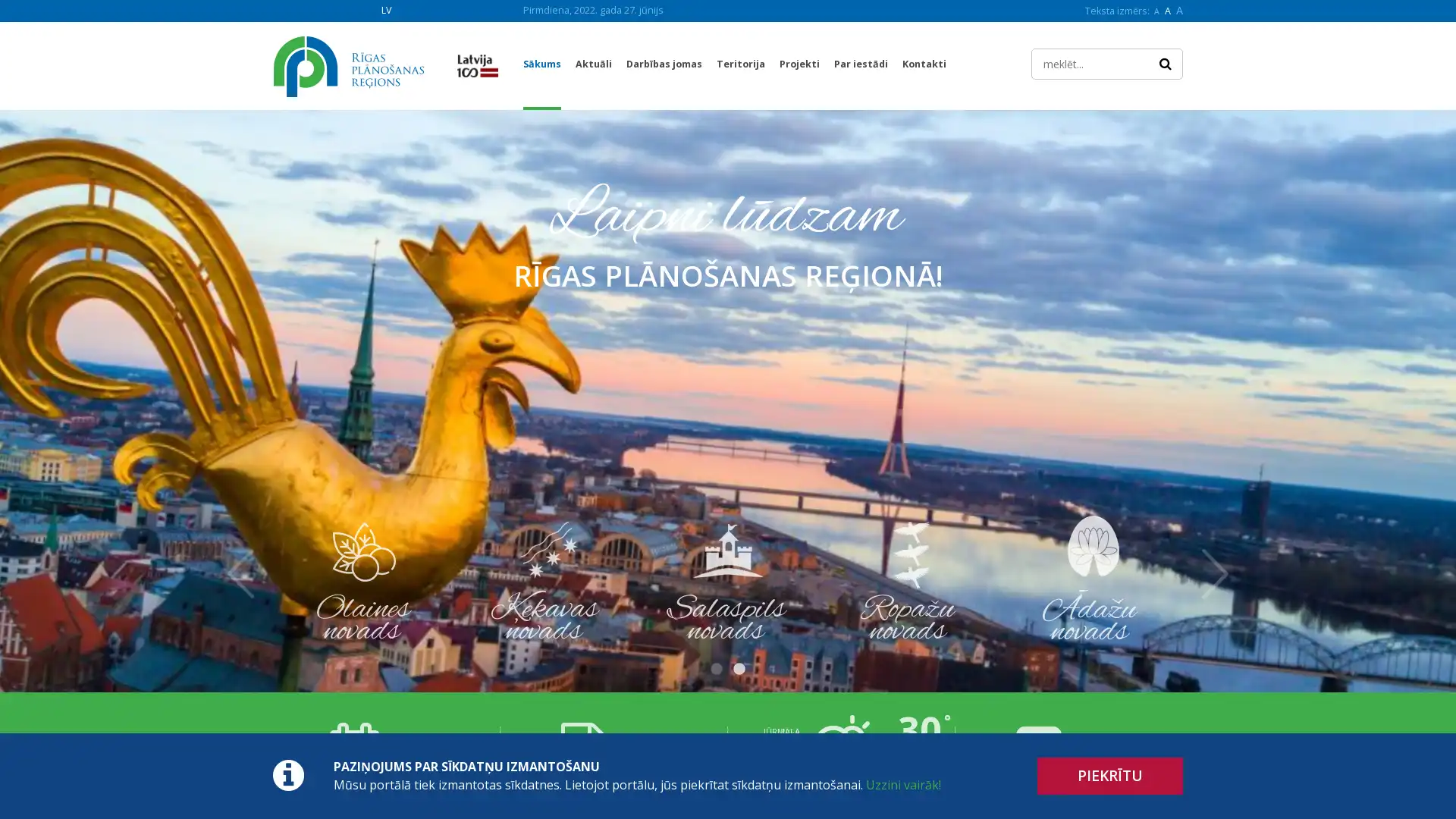  Describe the element at coordinates (1110, 776) in the screenshot. I see `PIEKRITU` at that location.